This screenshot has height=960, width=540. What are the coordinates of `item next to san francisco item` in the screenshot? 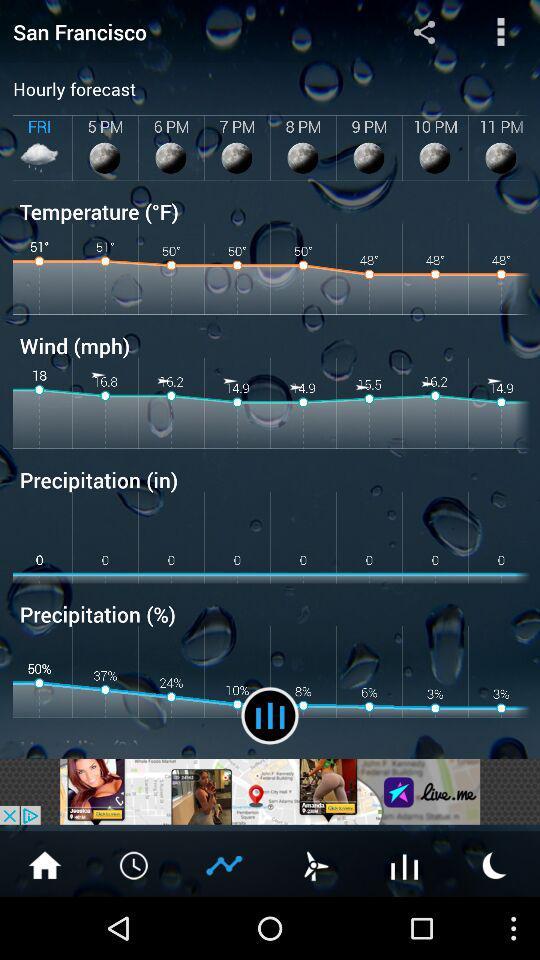 It's located at (423, 30).